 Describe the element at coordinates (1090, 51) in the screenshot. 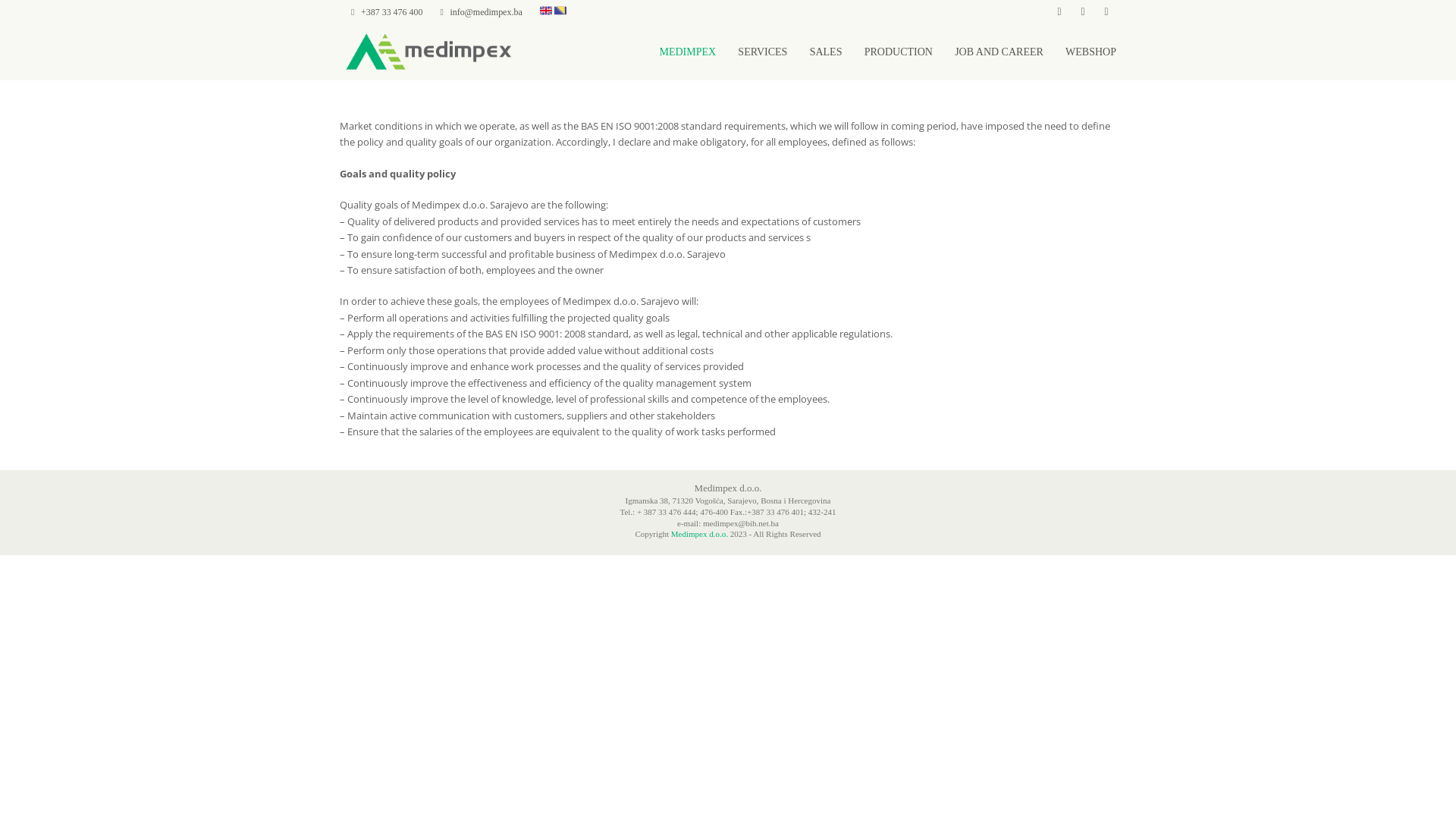

I see `'WEBSHOP'` at that location.